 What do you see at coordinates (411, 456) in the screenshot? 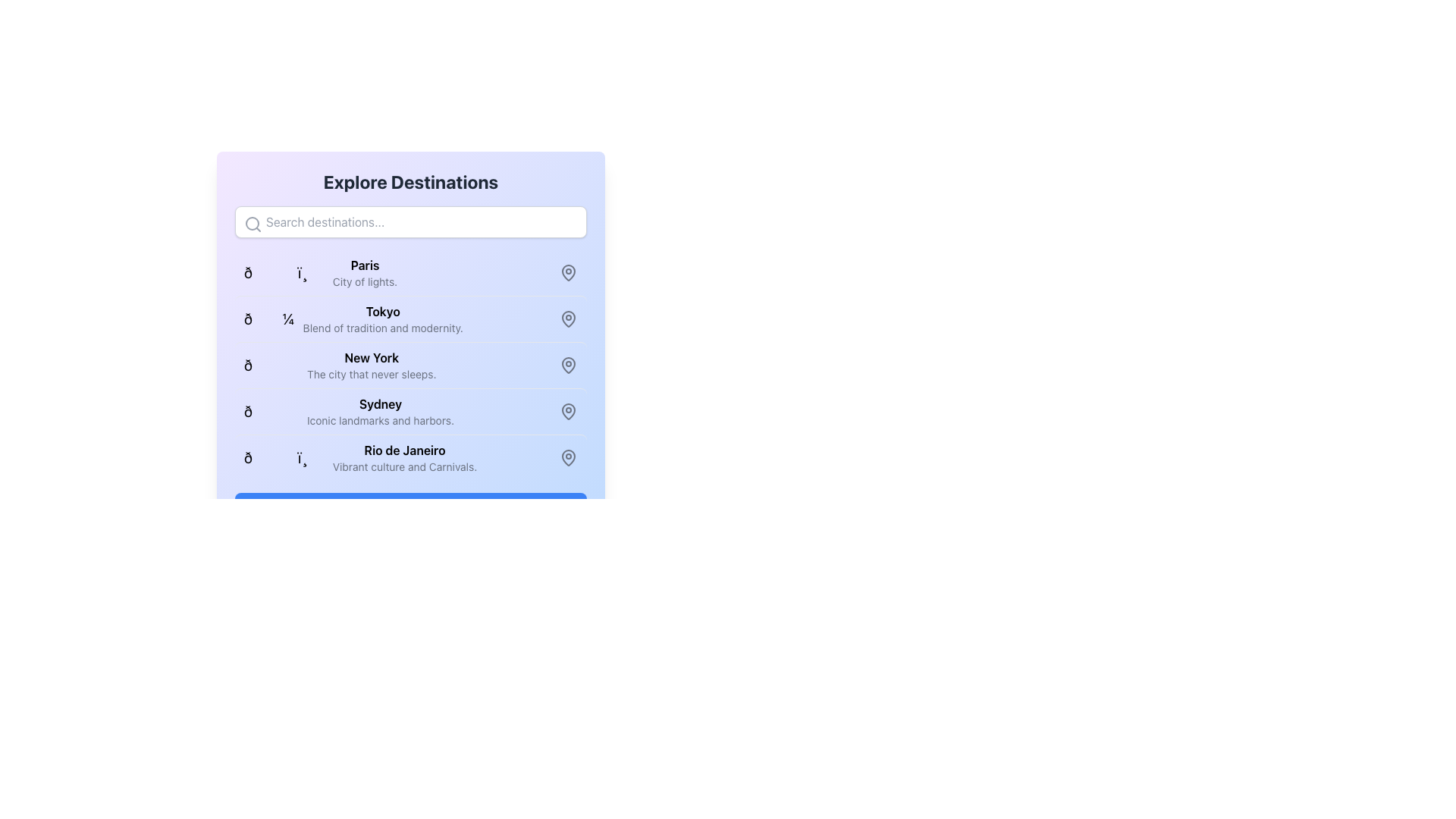
I see `the fifth list item displaying 'Rio de Janeiro' to trigger the visual highlight effect` at bounding box center [411, 456].